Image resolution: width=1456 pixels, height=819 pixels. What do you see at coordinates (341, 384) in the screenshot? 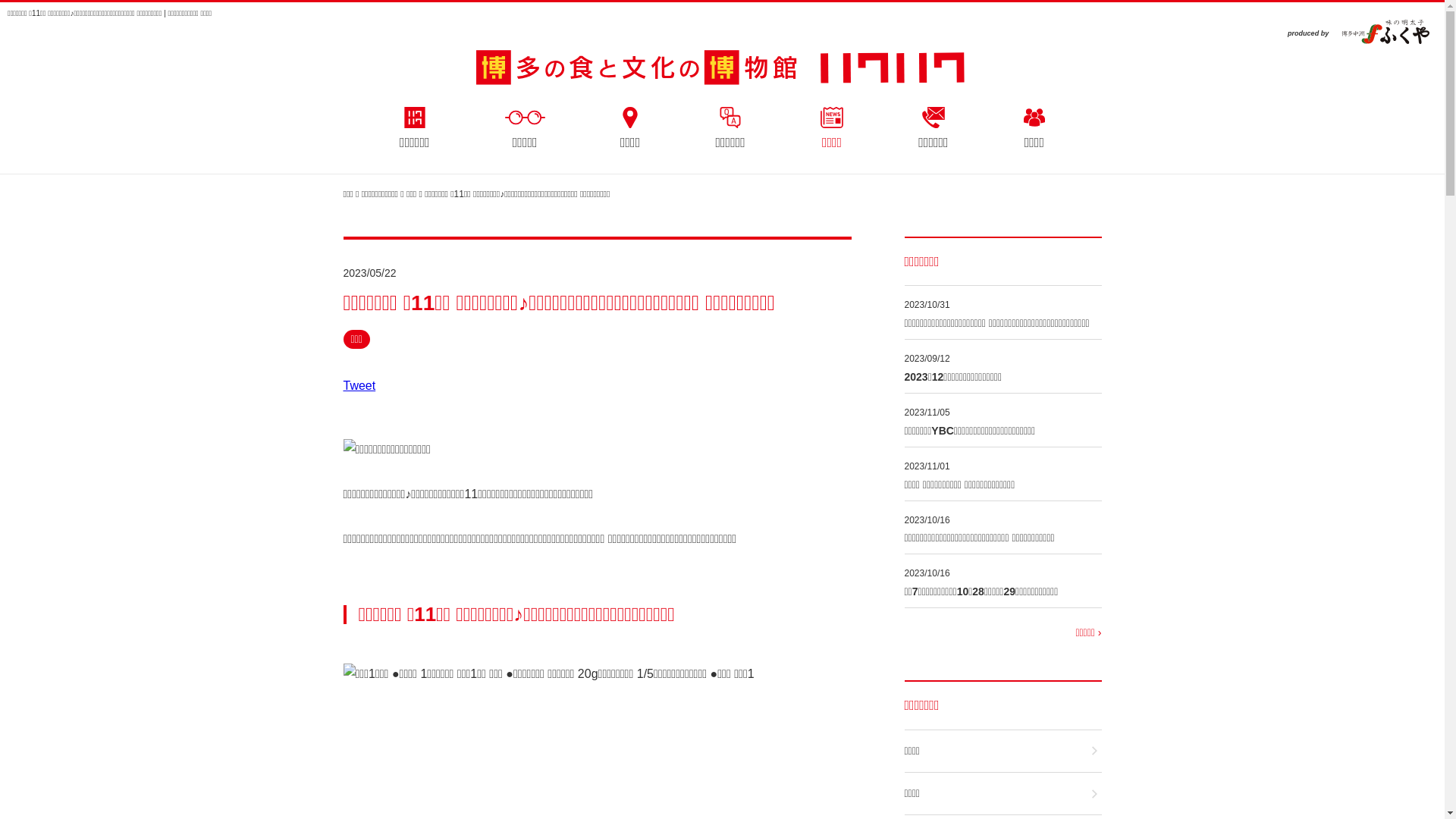
I see `'Tweet'` at bounding box center [341, 384].